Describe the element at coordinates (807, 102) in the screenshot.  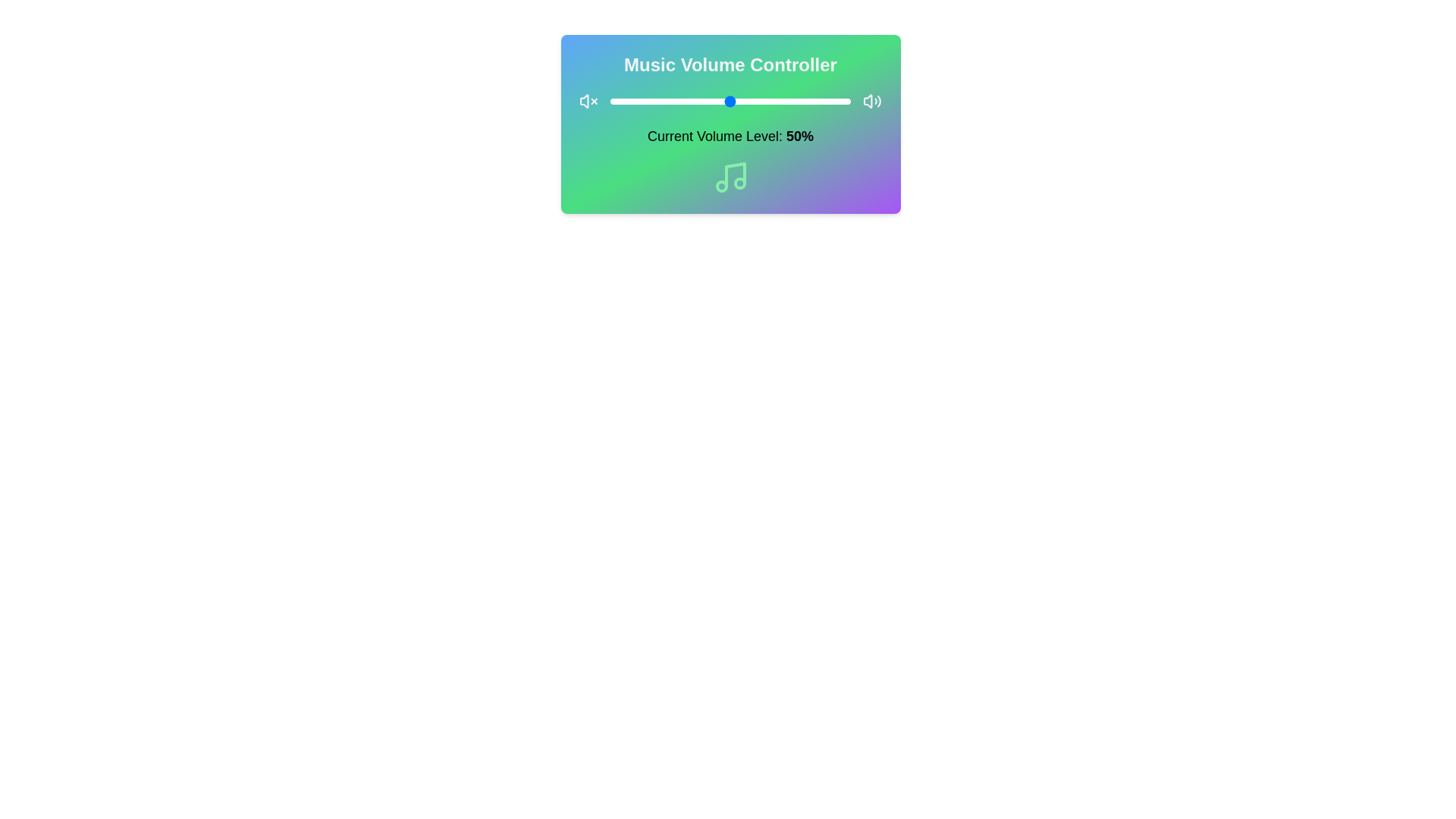
I see `the volume slider to 82%` at that location.